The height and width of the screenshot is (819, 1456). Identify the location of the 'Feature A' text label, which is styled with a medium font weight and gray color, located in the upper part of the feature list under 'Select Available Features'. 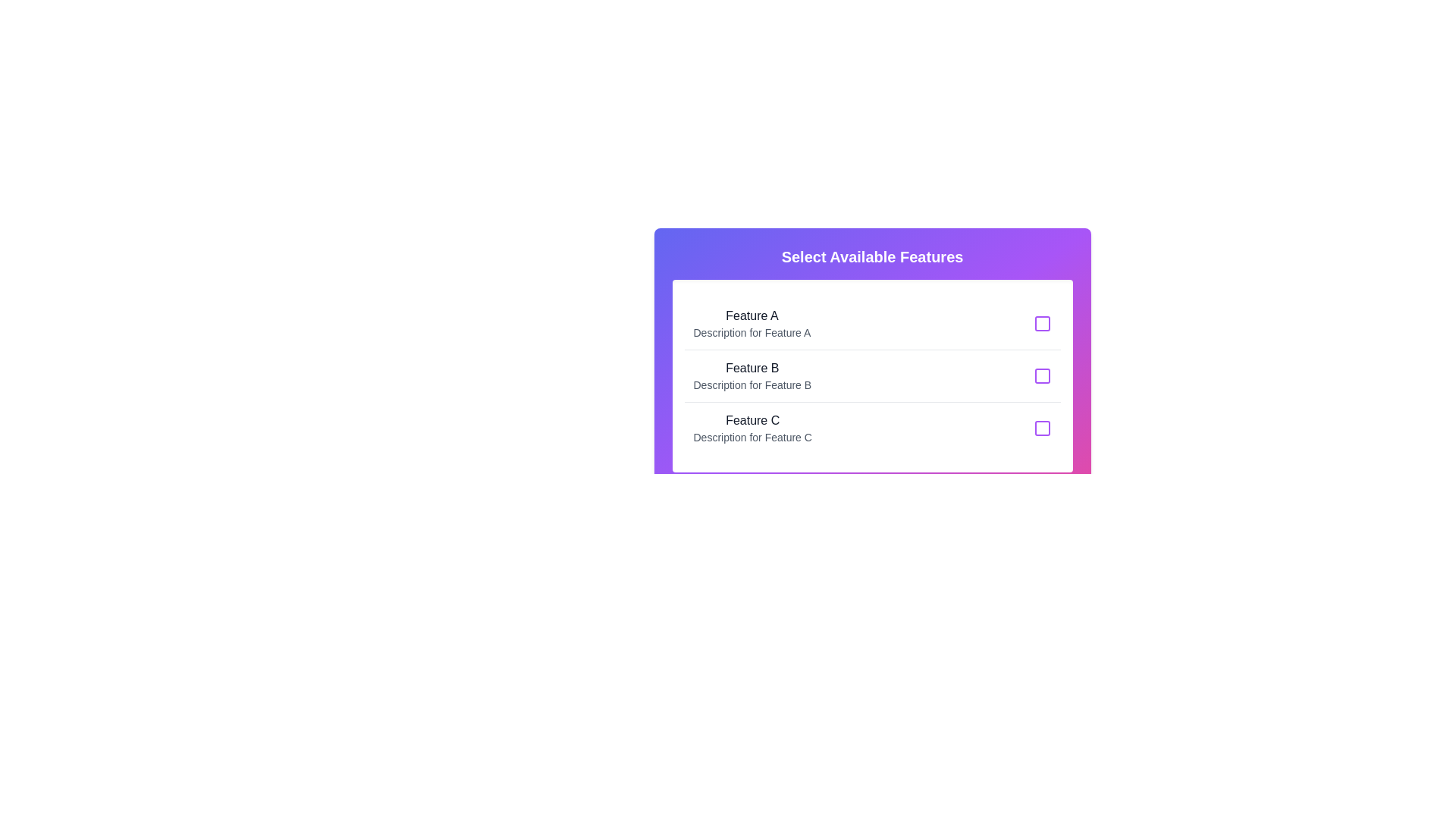
(752, 315).